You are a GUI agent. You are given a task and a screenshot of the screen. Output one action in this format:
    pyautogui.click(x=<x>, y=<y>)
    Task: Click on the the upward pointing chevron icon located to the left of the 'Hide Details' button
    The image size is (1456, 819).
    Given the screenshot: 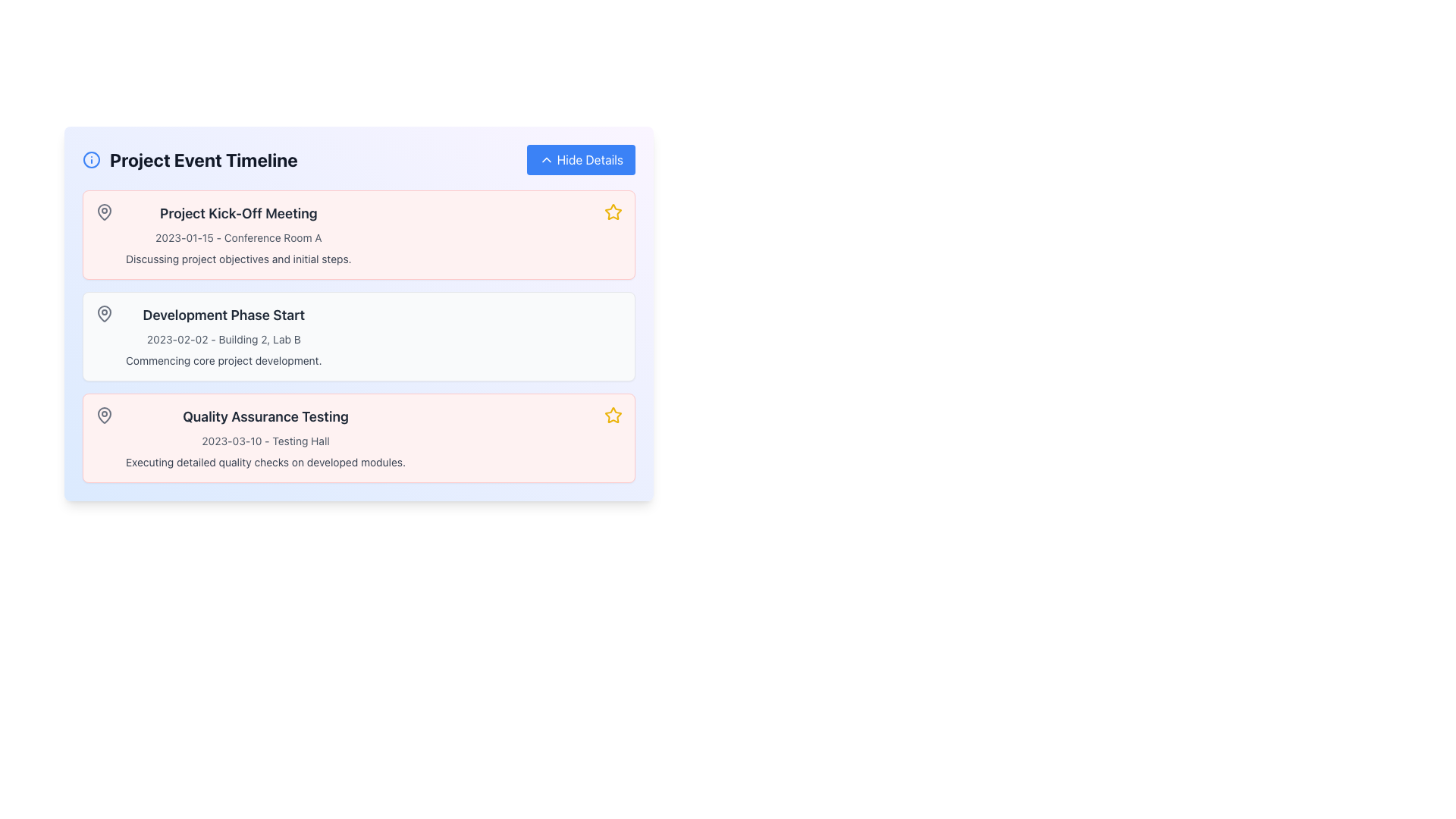 What is the action you would take?
    pyautogui.click(x=546, y=160)
    